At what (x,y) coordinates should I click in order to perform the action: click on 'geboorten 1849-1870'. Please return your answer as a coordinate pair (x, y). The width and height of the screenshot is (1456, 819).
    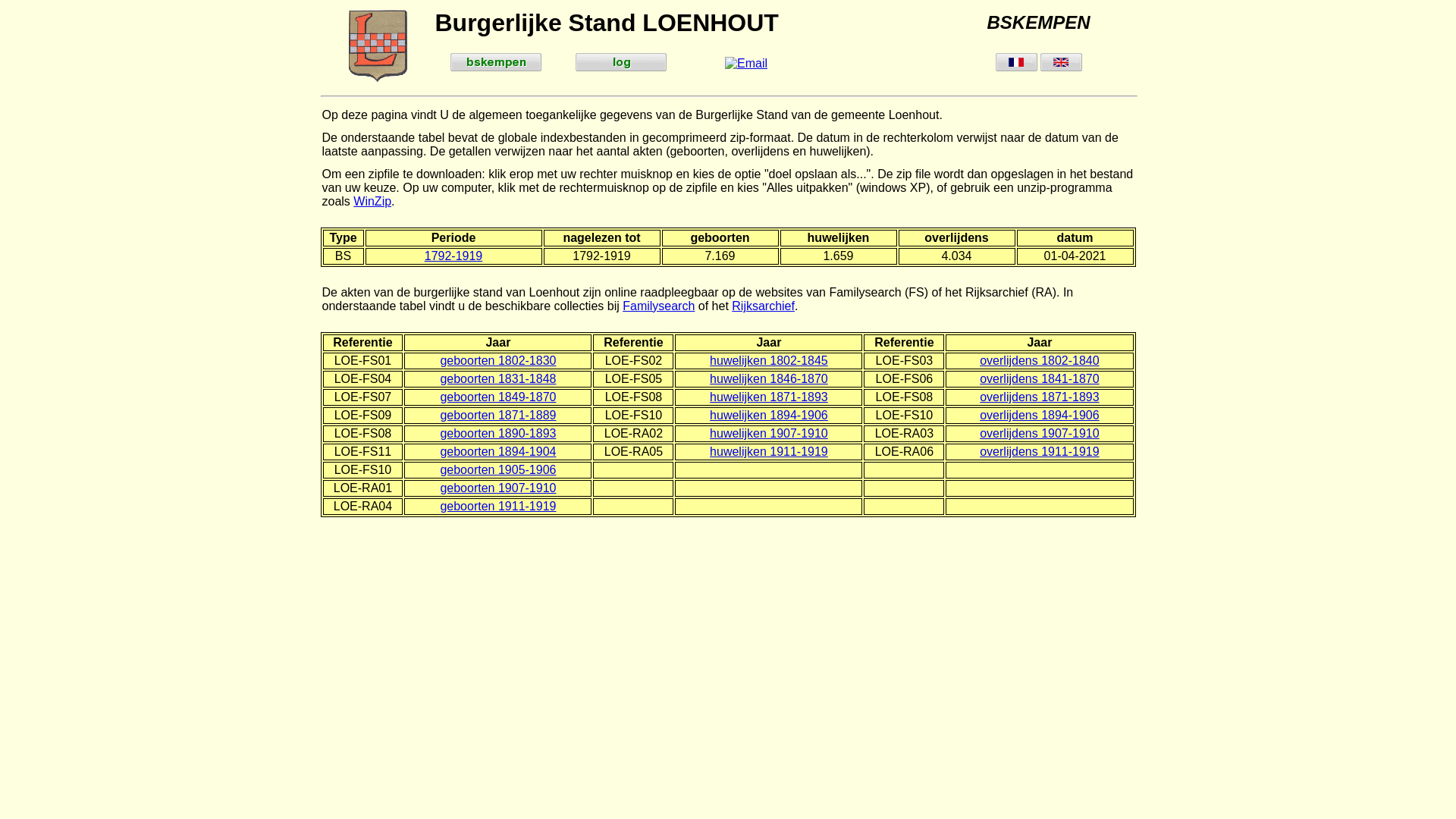
    Looking at the image, I should click on (497, 396).